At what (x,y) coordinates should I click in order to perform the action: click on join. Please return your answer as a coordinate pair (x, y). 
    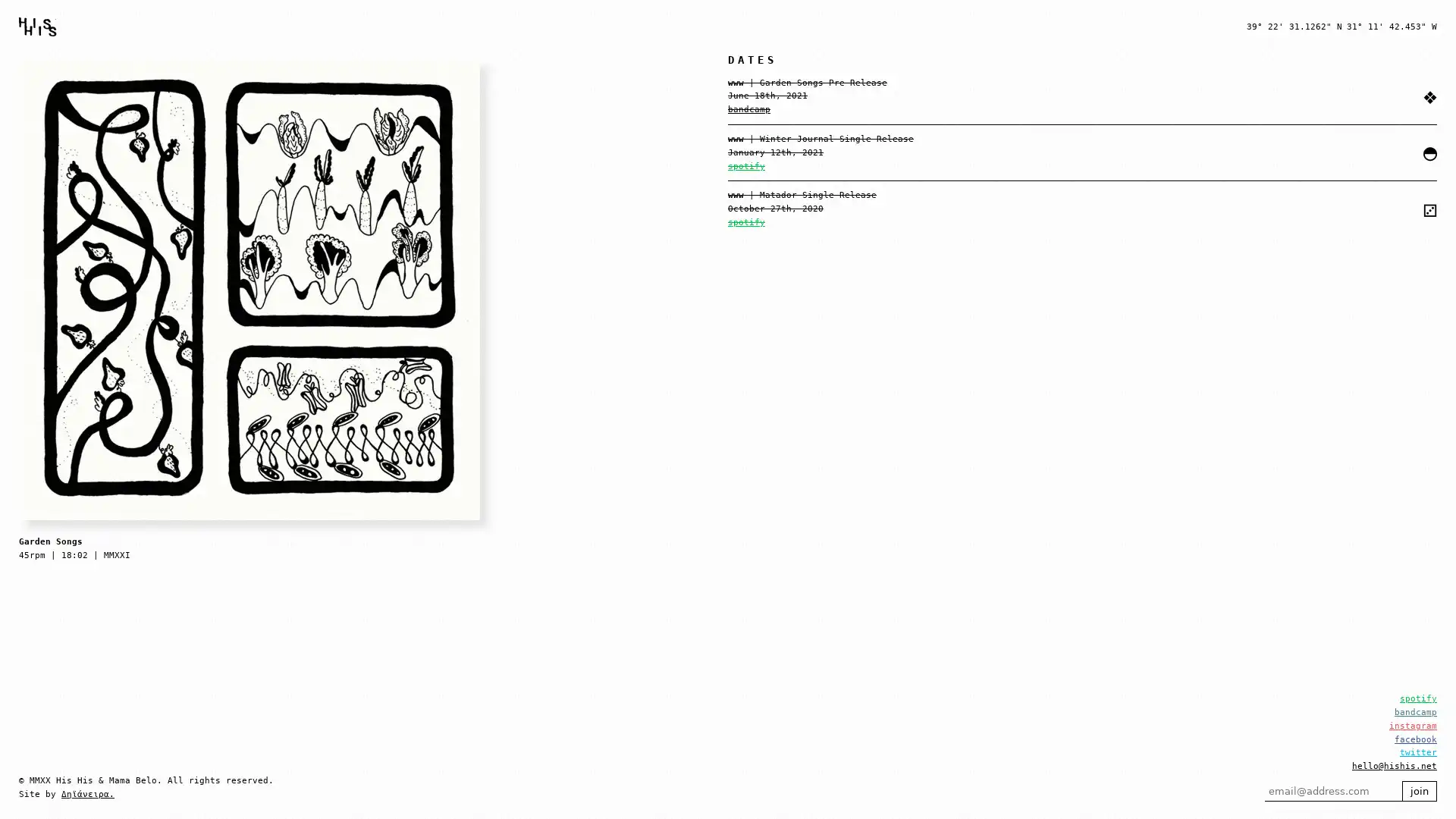
    Looking at the image, I should click on (1347, 747).